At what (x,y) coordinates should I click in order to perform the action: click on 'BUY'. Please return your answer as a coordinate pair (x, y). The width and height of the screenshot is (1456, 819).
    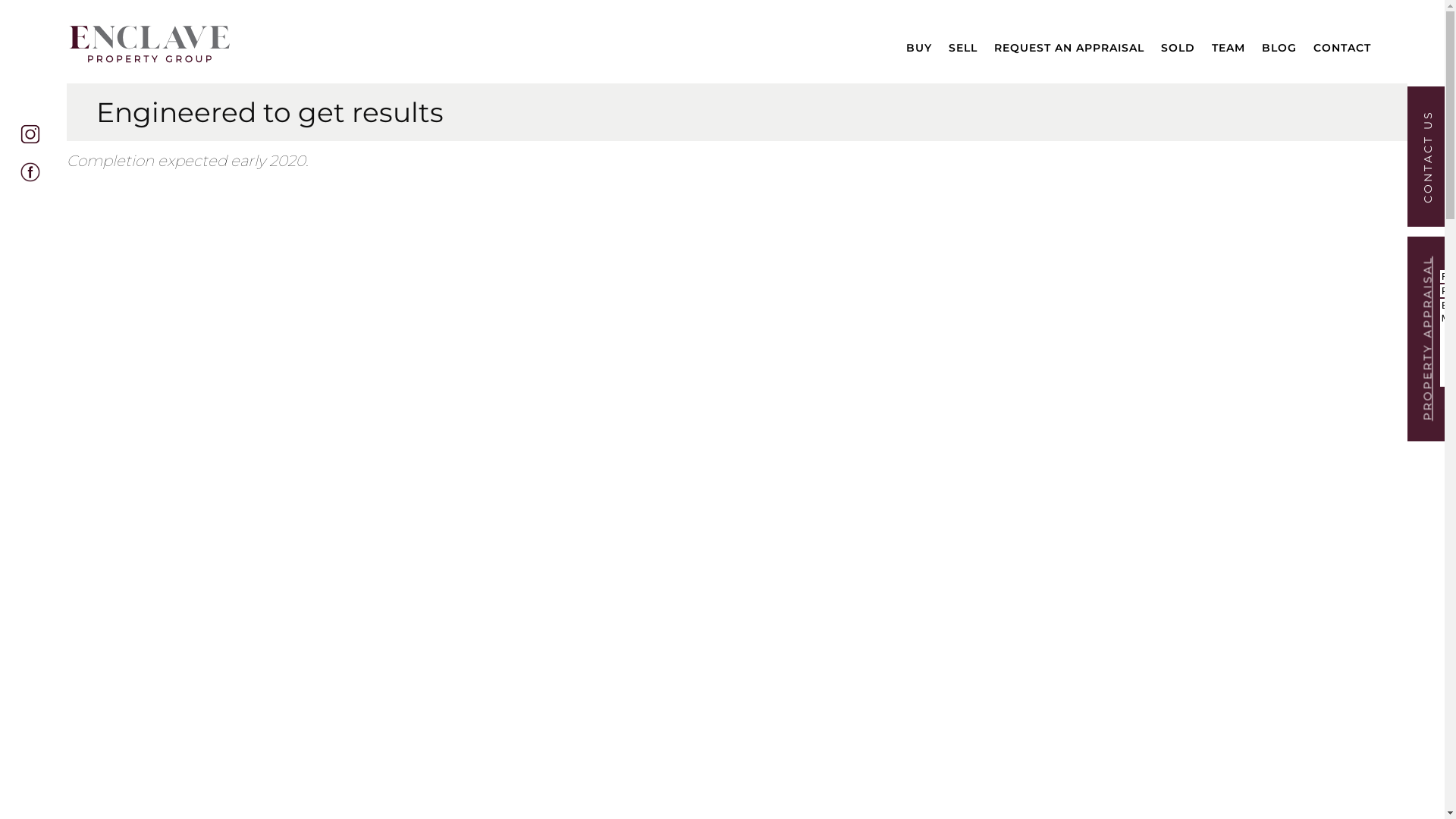
    Looking at the image, I should click on (918, 44).